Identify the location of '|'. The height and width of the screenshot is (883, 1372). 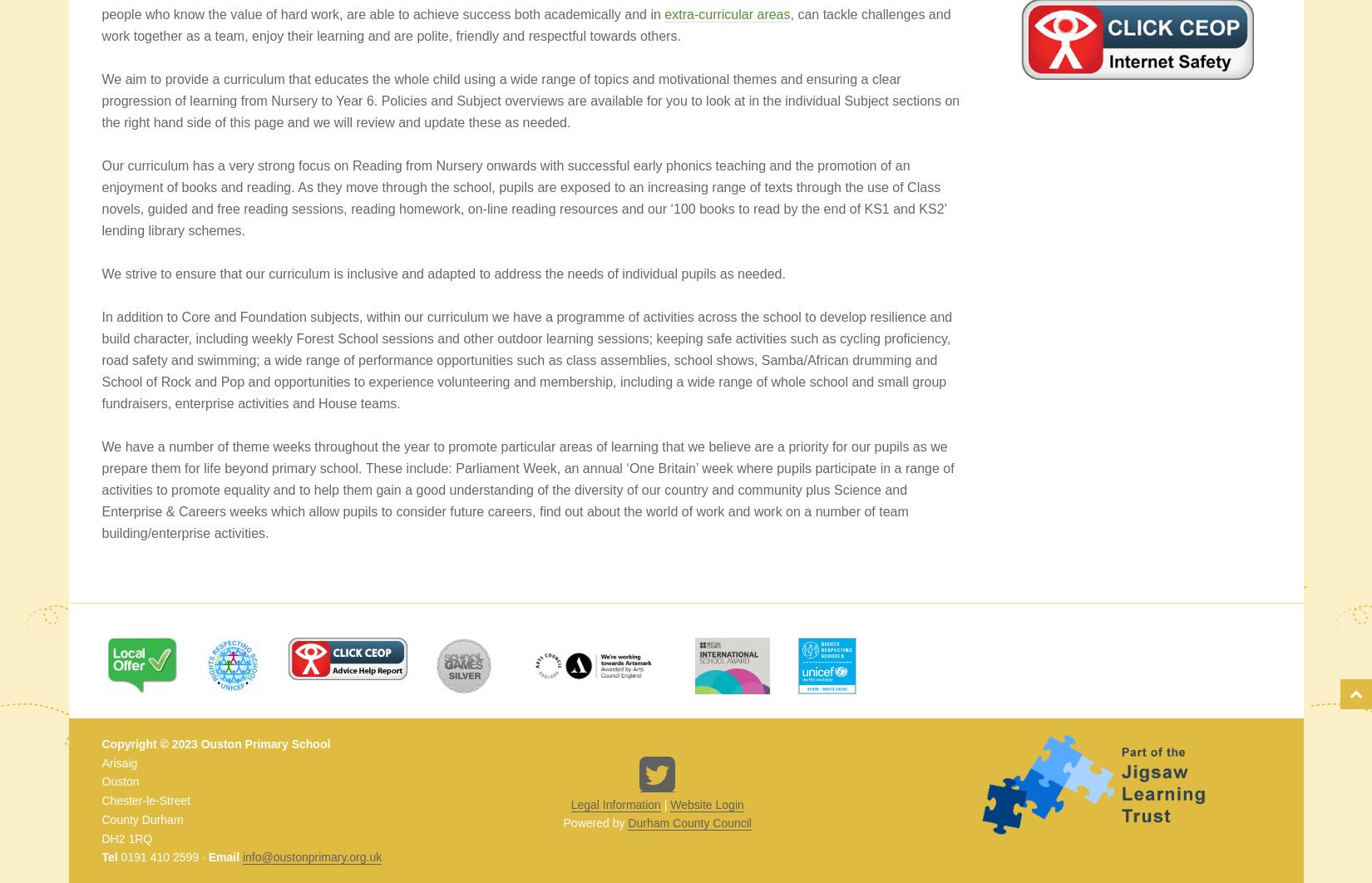
(659, 802).